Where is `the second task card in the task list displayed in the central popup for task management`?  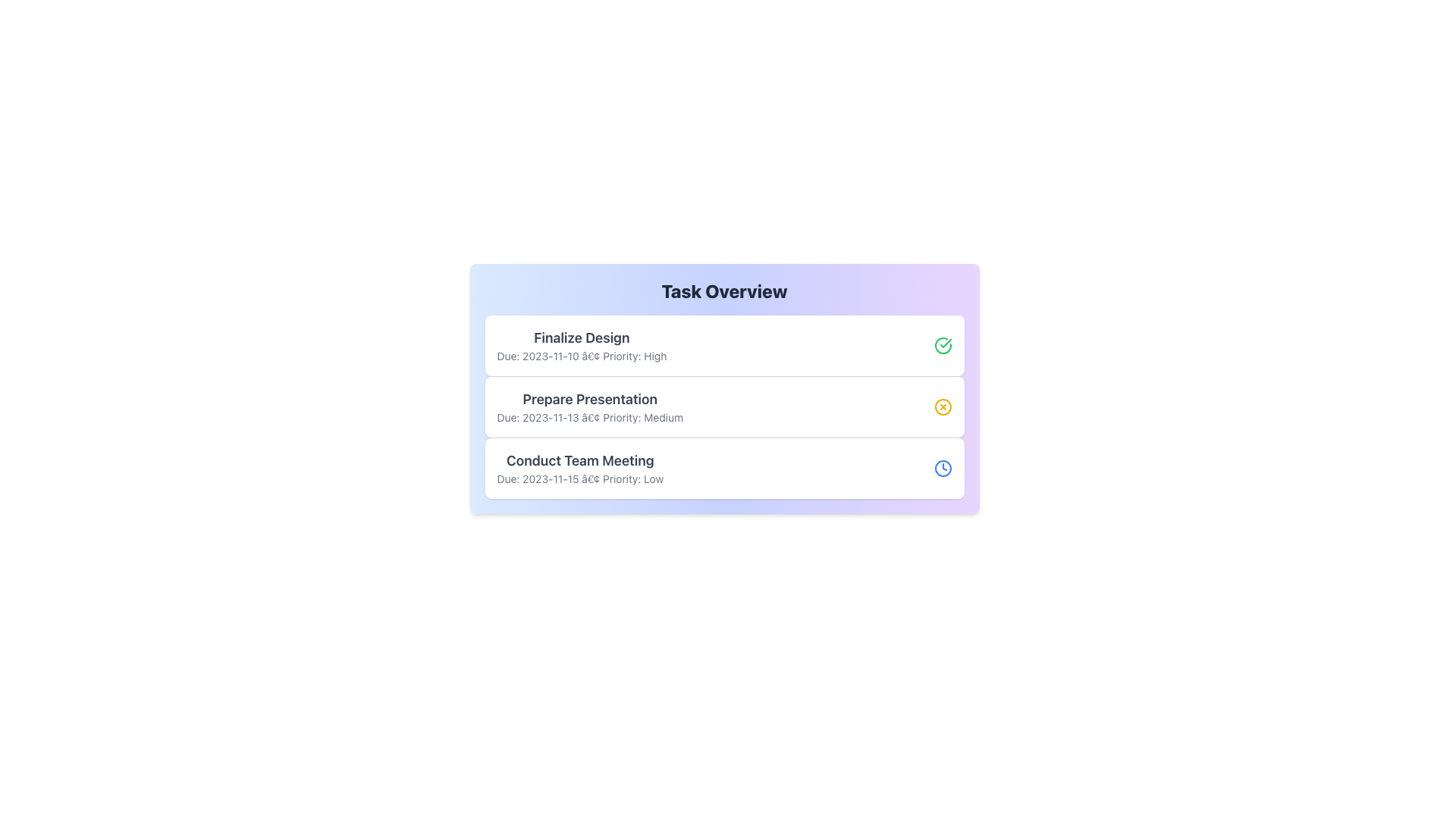 the second task card in the task list displayed in the central popup for task management is located at coordinates (723, 388).